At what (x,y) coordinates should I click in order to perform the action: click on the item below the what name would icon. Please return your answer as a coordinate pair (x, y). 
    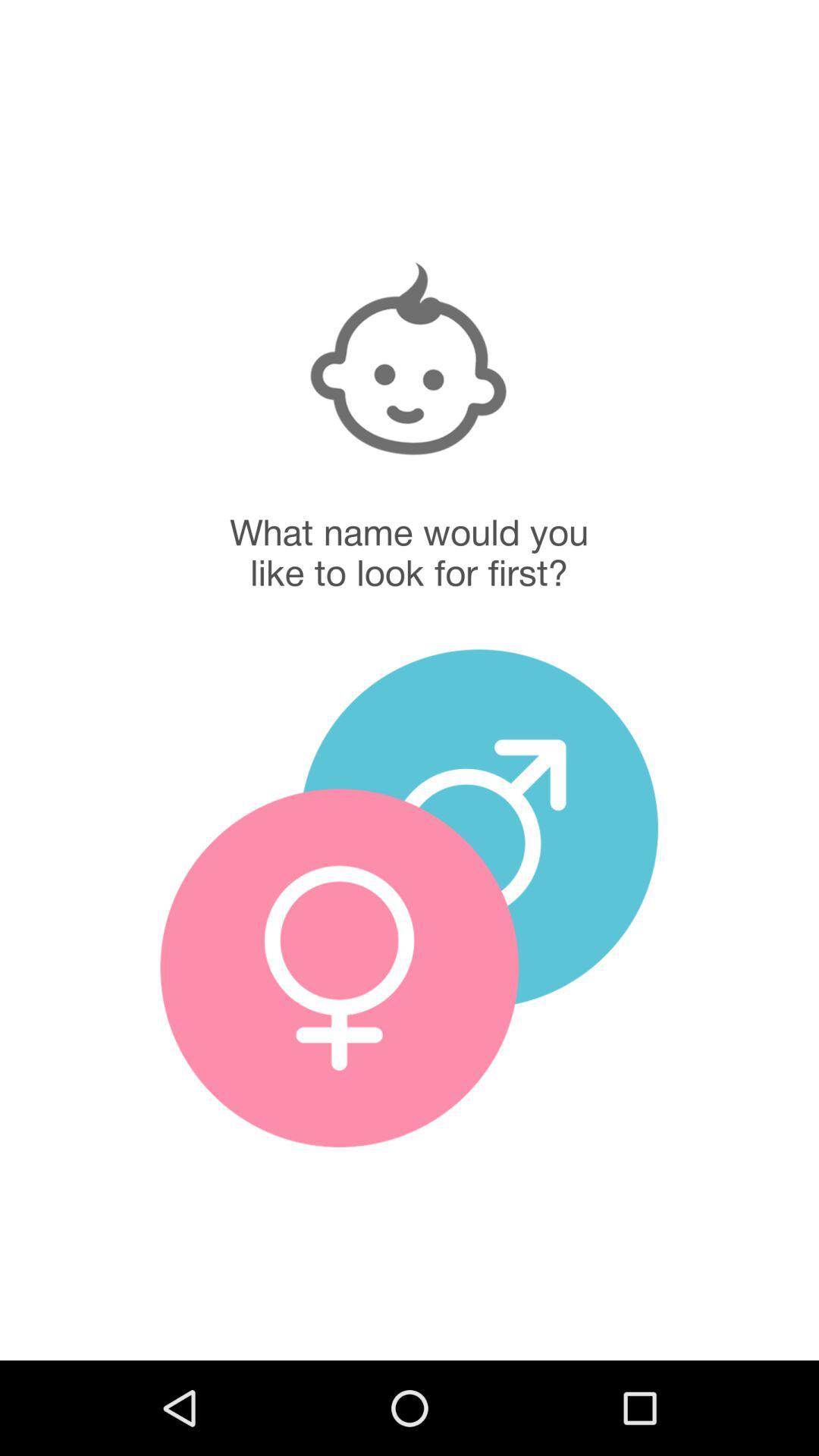
    Looking at the image, I should click on (338, 967).